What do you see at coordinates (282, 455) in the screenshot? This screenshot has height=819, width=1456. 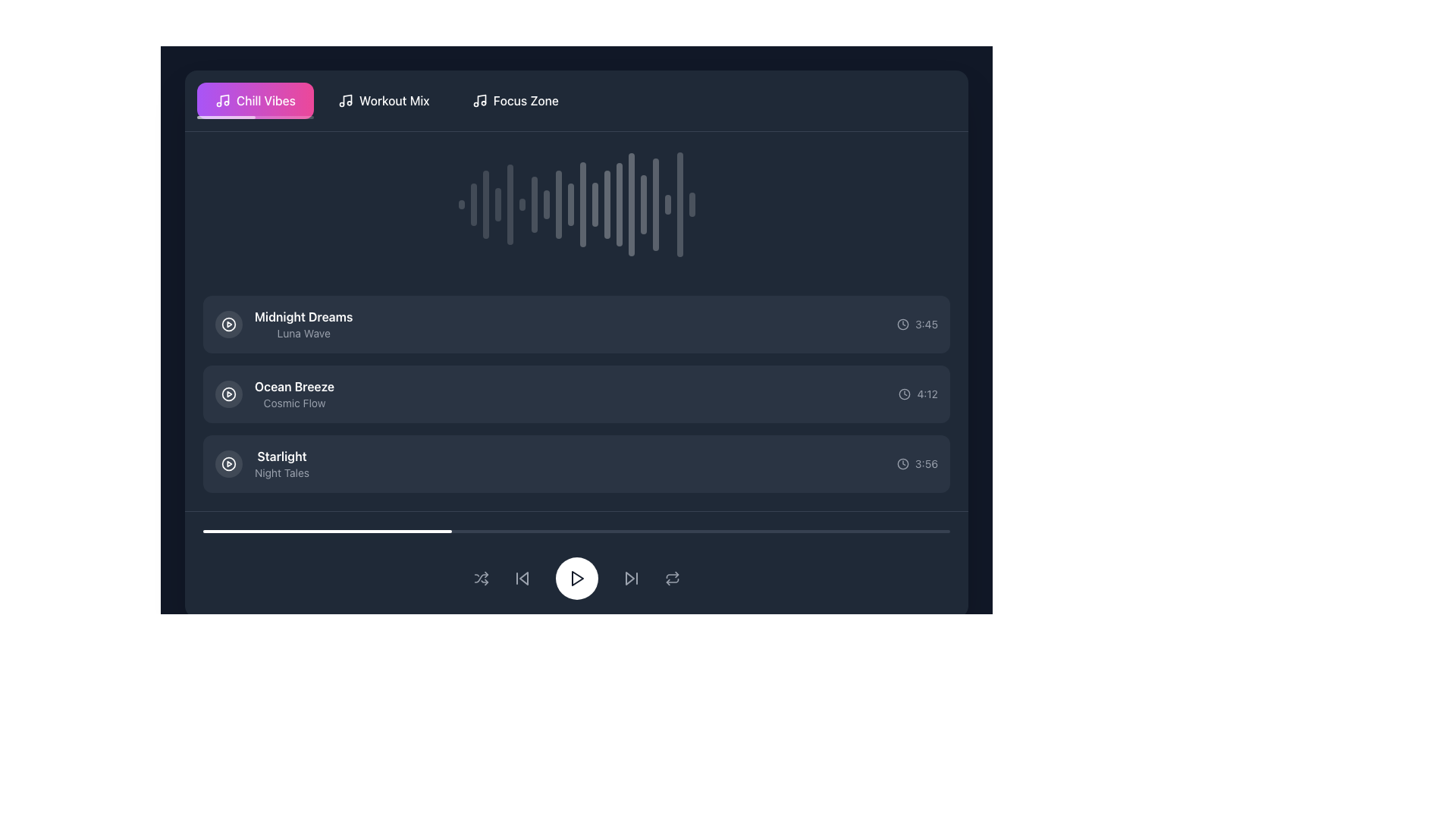 I see `the Text Label that serves as a title for an audio track, located above the 'Night Tales' text in the bottom audio track section` at bounding box center [282, 455].